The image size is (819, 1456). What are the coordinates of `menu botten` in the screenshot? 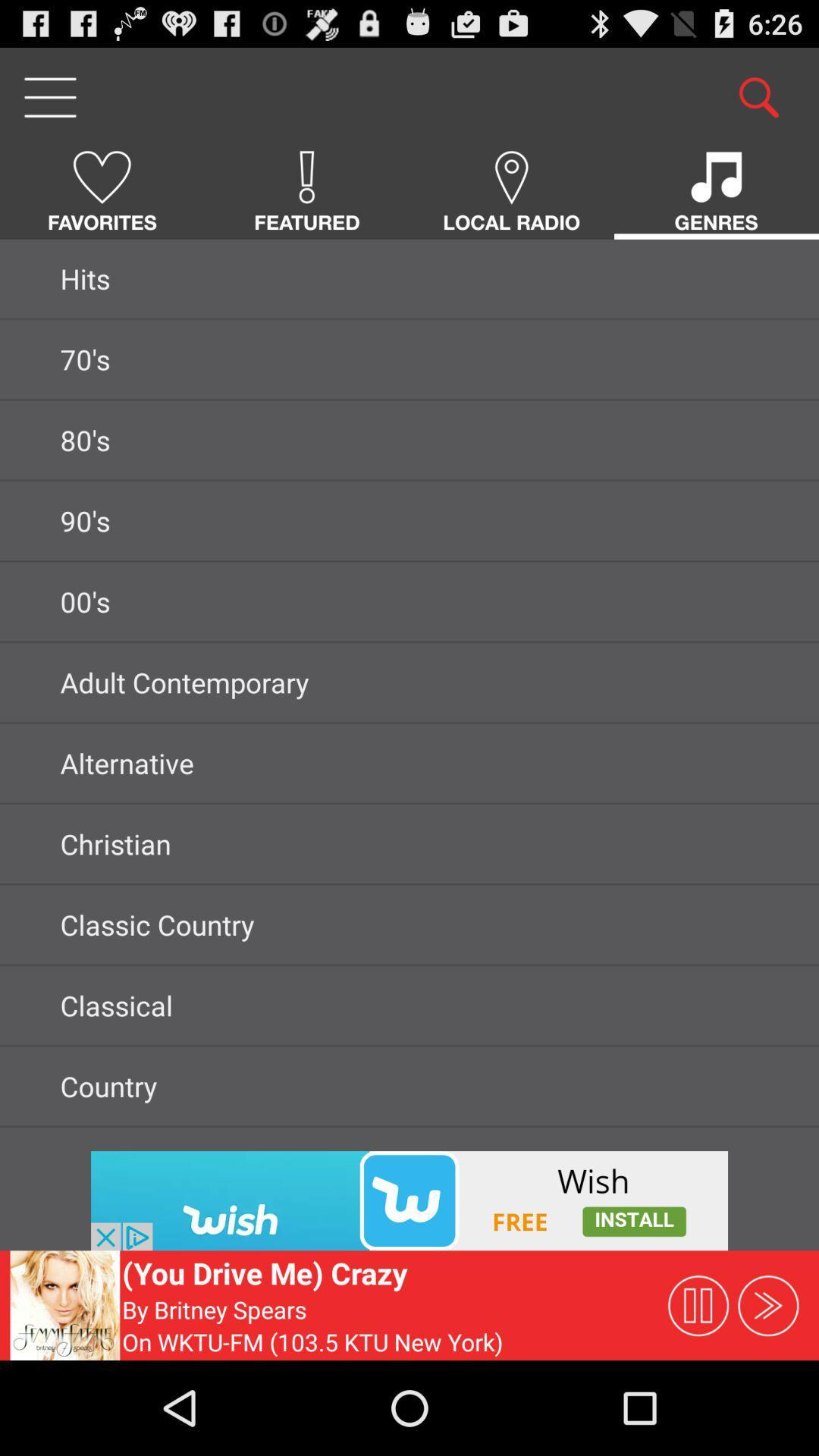 It's located at (49, 96).